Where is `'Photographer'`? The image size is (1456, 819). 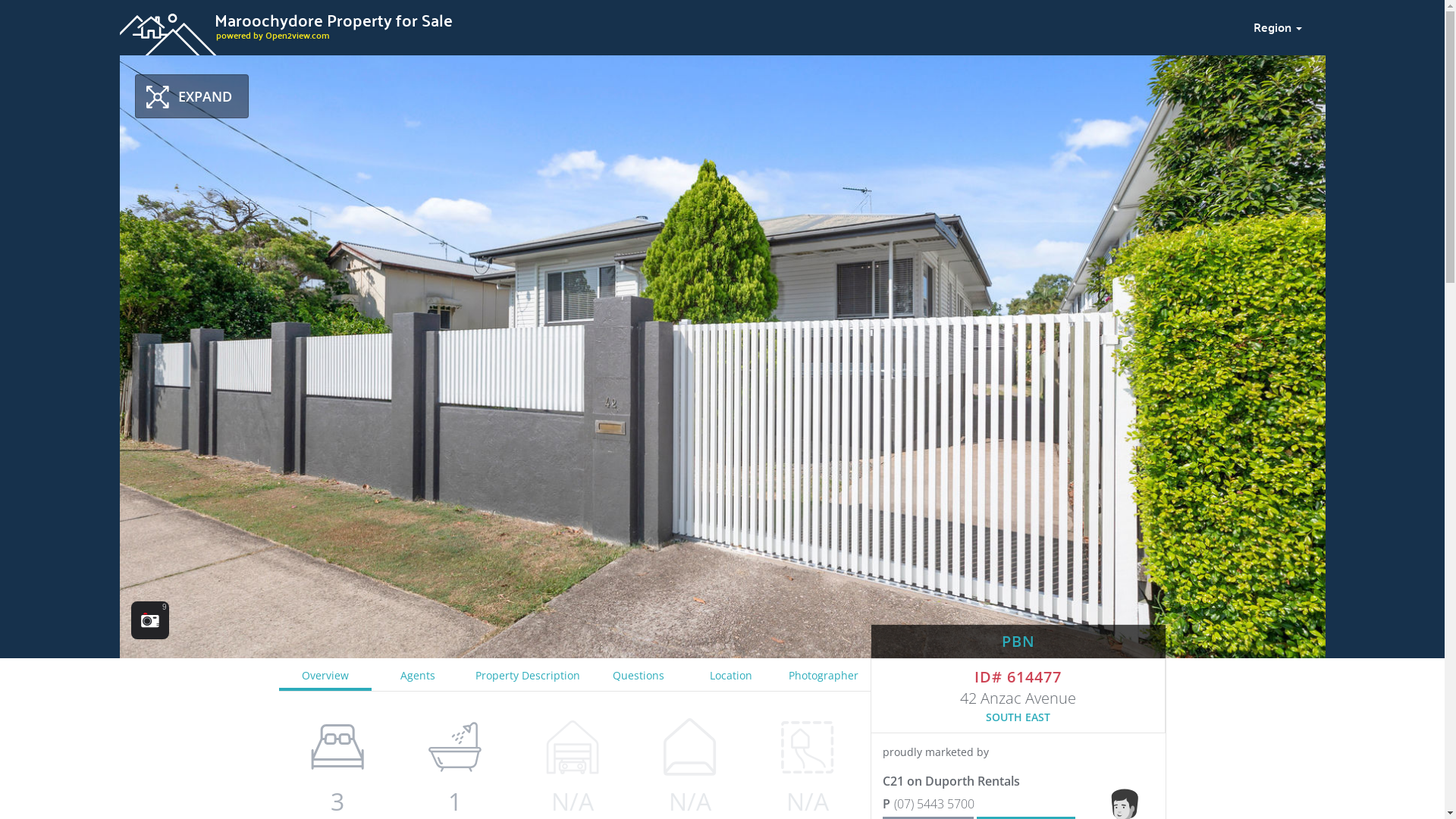
'Photographer' is located at coordinates (822, 673).